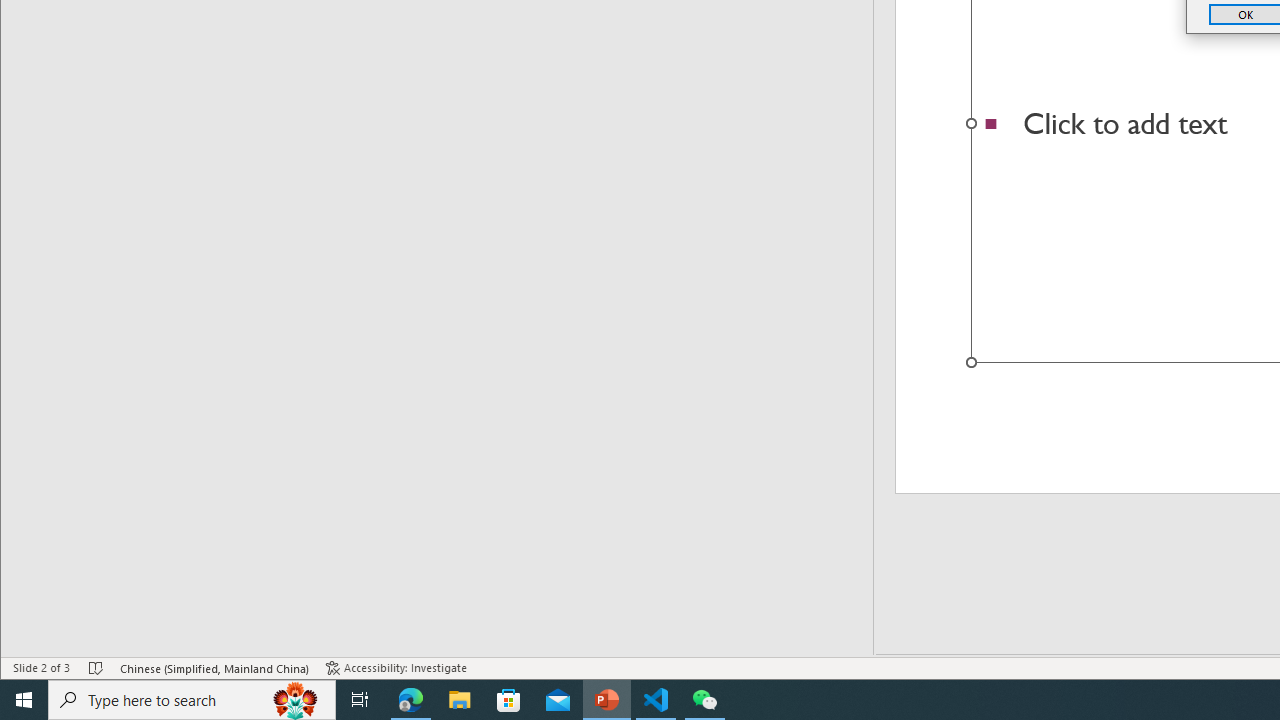  Describe the element at coordinates (705, 698) in the screenshot. I see `'WeChat - 1 running window'` at that location.